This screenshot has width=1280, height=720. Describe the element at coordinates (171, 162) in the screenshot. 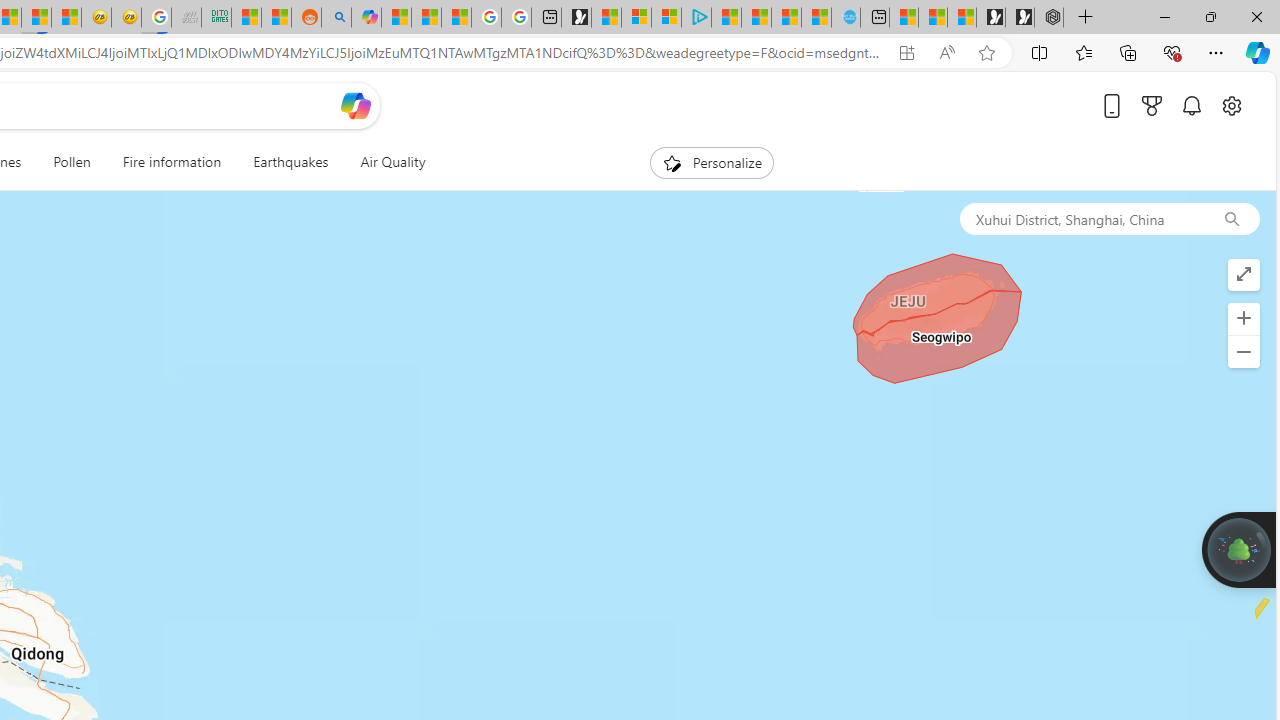

I see `'Fire information'` at that location.